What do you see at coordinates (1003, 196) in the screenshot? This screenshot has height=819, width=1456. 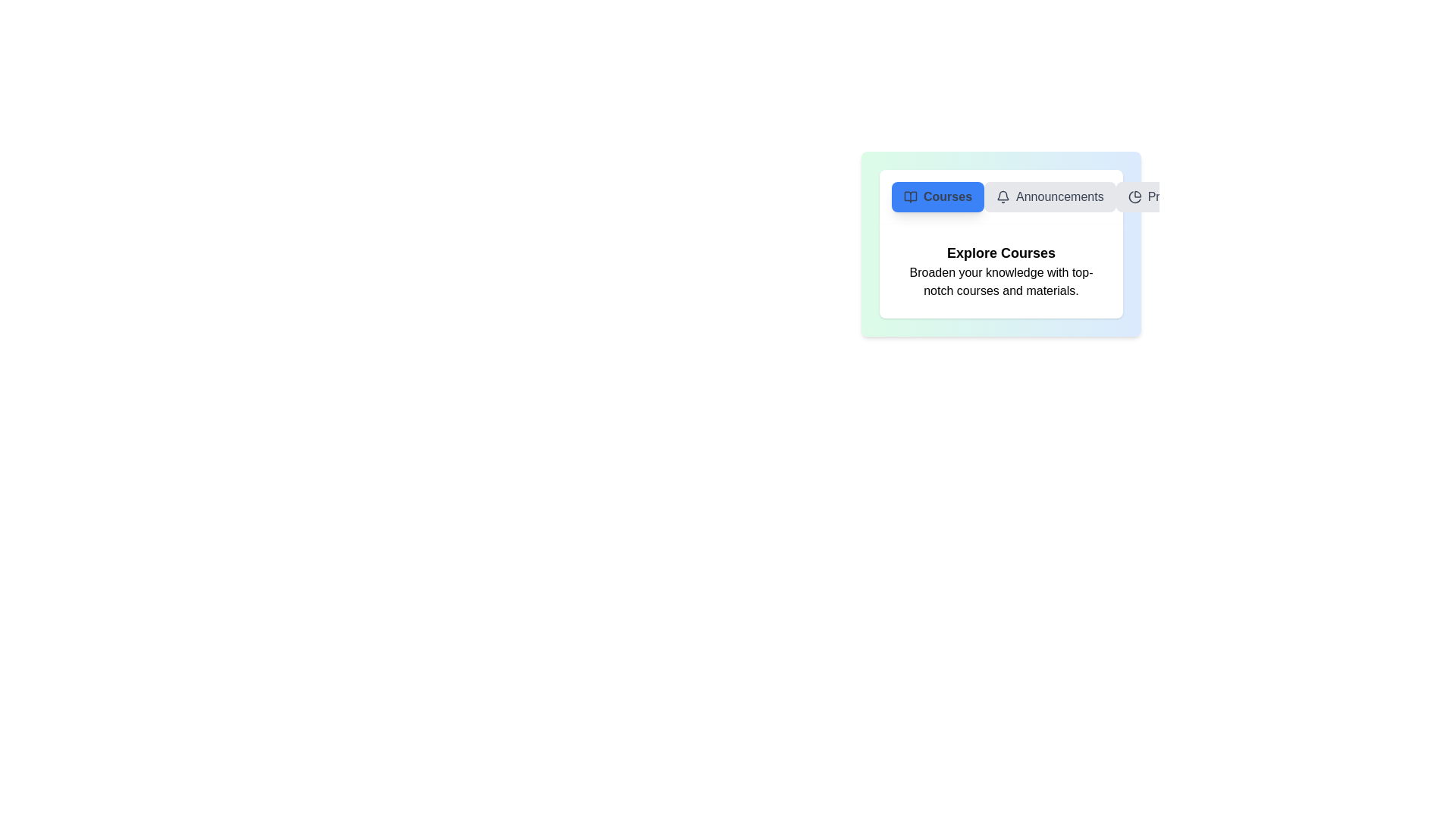 I see `the decorative icon representing notifications in the 'Announcements' button group, which enhances the user's ability to associate the button with updates or alerts` at bounding box center [1003, 196].